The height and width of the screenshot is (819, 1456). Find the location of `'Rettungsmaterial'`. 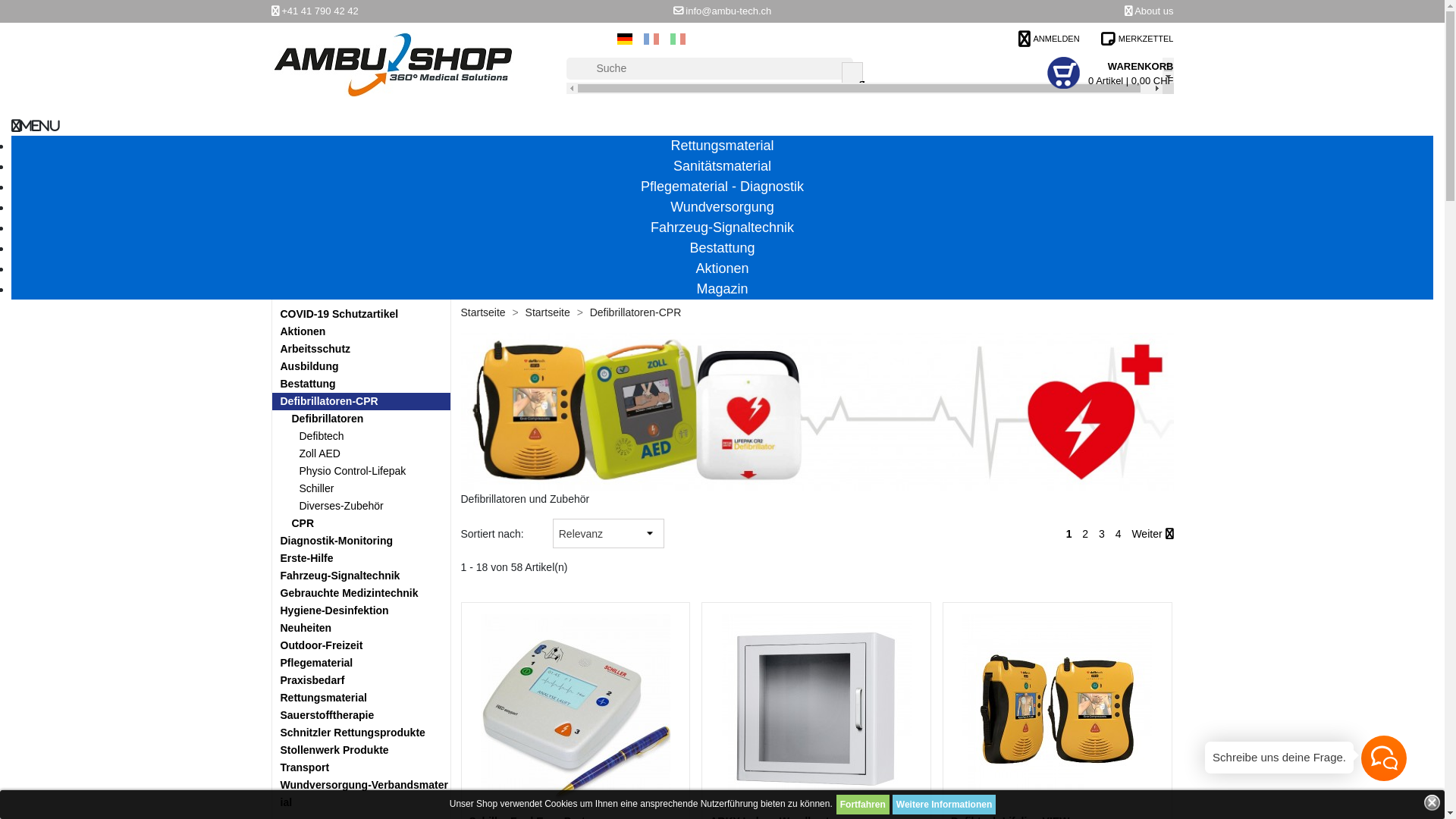

'Rettungsmaterial' is located at coordinates (720, 146).